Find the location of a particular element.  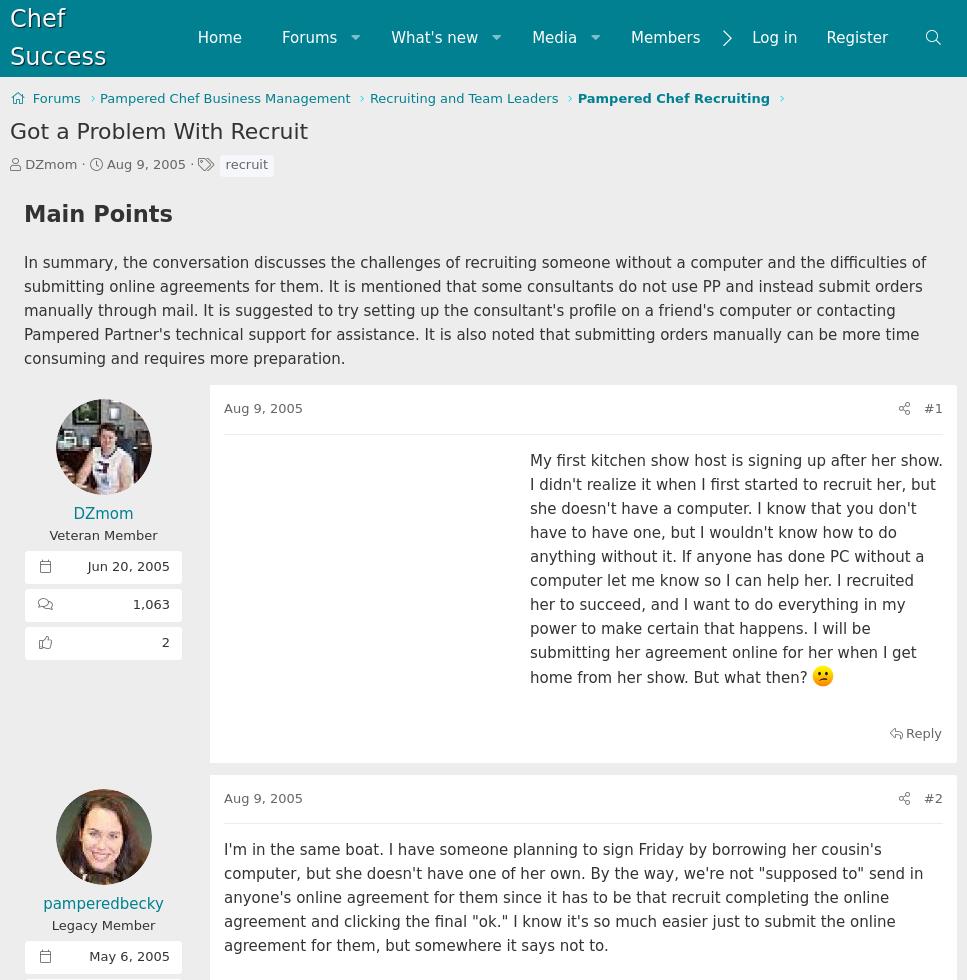

'Home' is located at coordinates (218, 38).